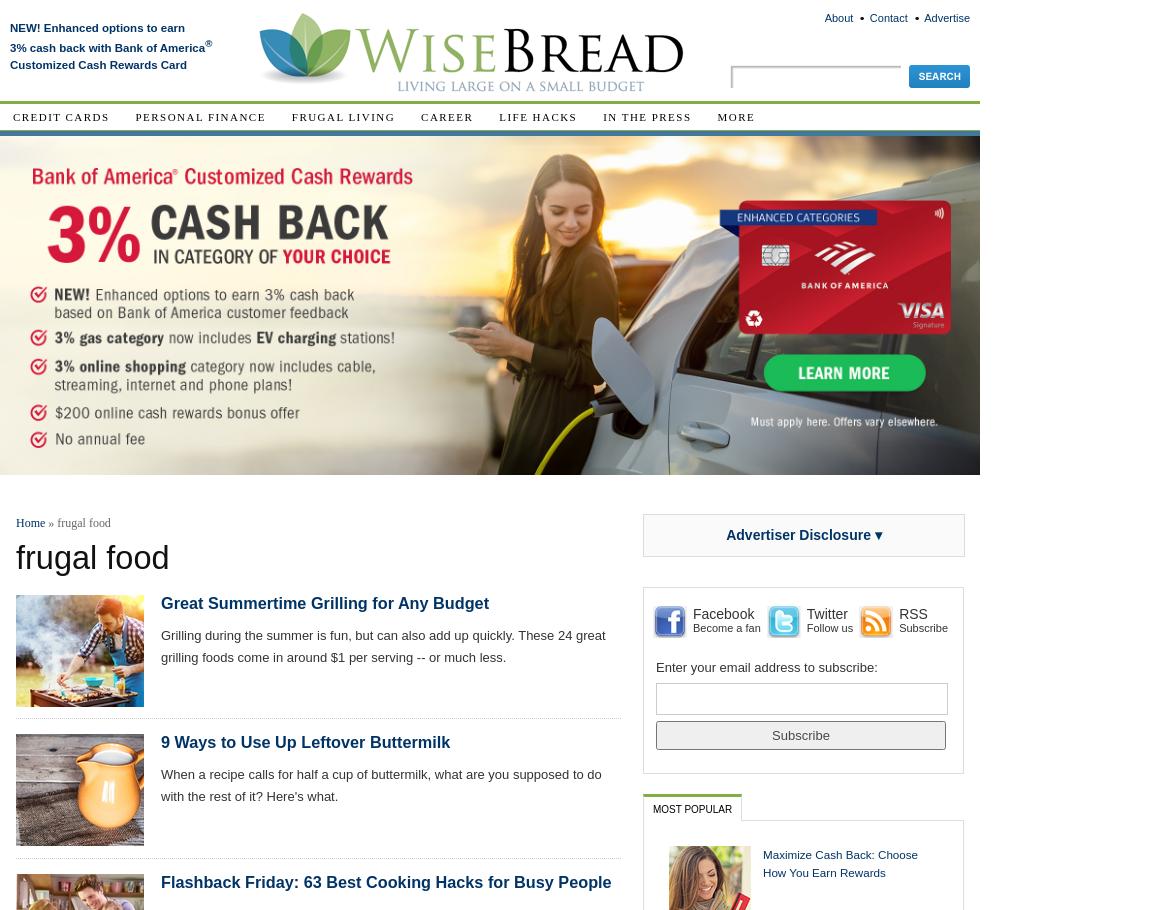  Describe the element at coordinates (97, 64) in the screenshot. I see `'Customized Cash Rewards Card'` at that location.